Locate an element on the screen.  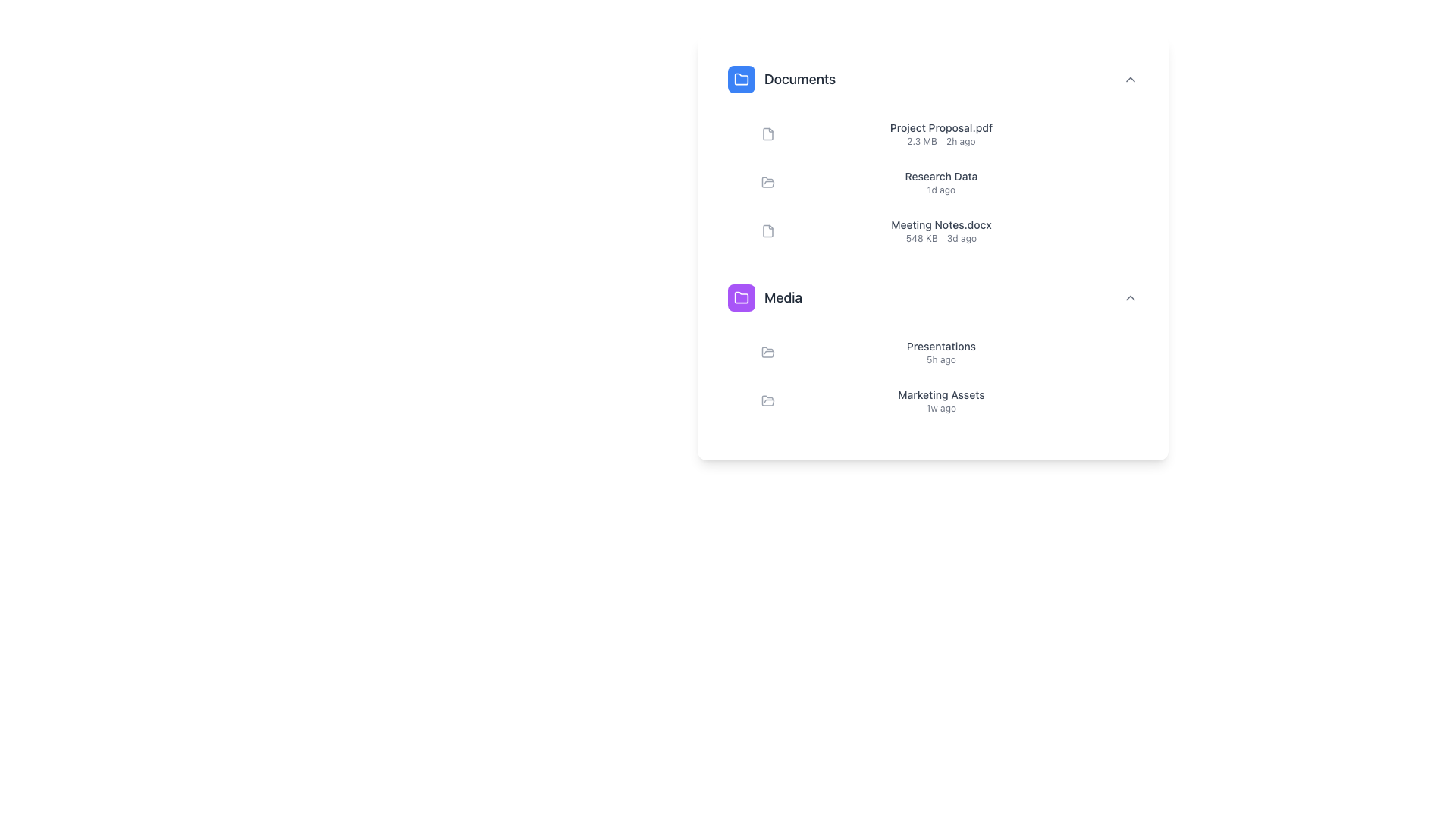
the file entry icon for 'Project Proposal.pdf' located in the vertical list under the 'Documents' section is located at coordinates (767, 133).